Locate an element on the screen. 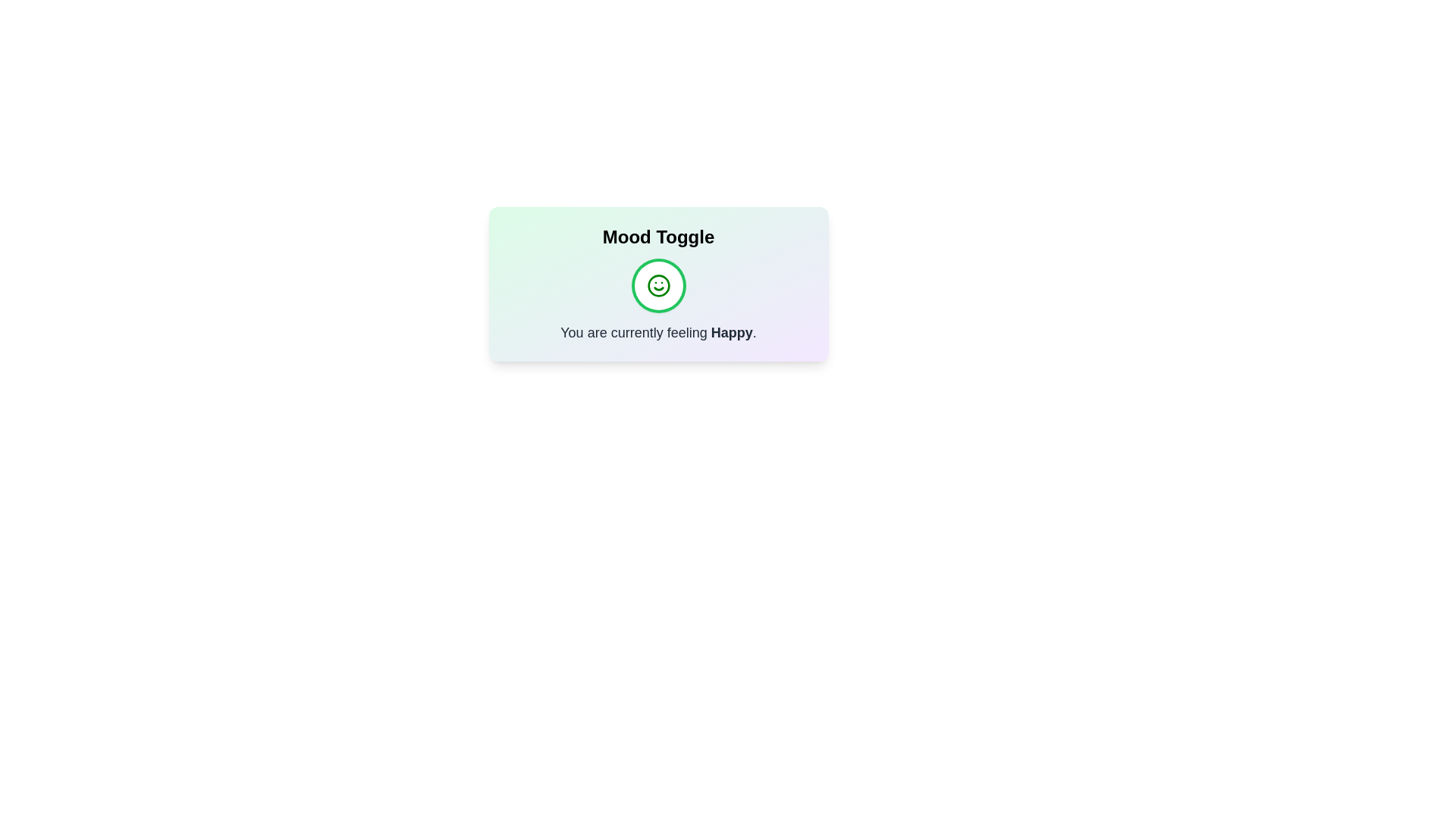 The image size is (1456, 819). the toggle button to switch mood is located at coordinates (658, 286).